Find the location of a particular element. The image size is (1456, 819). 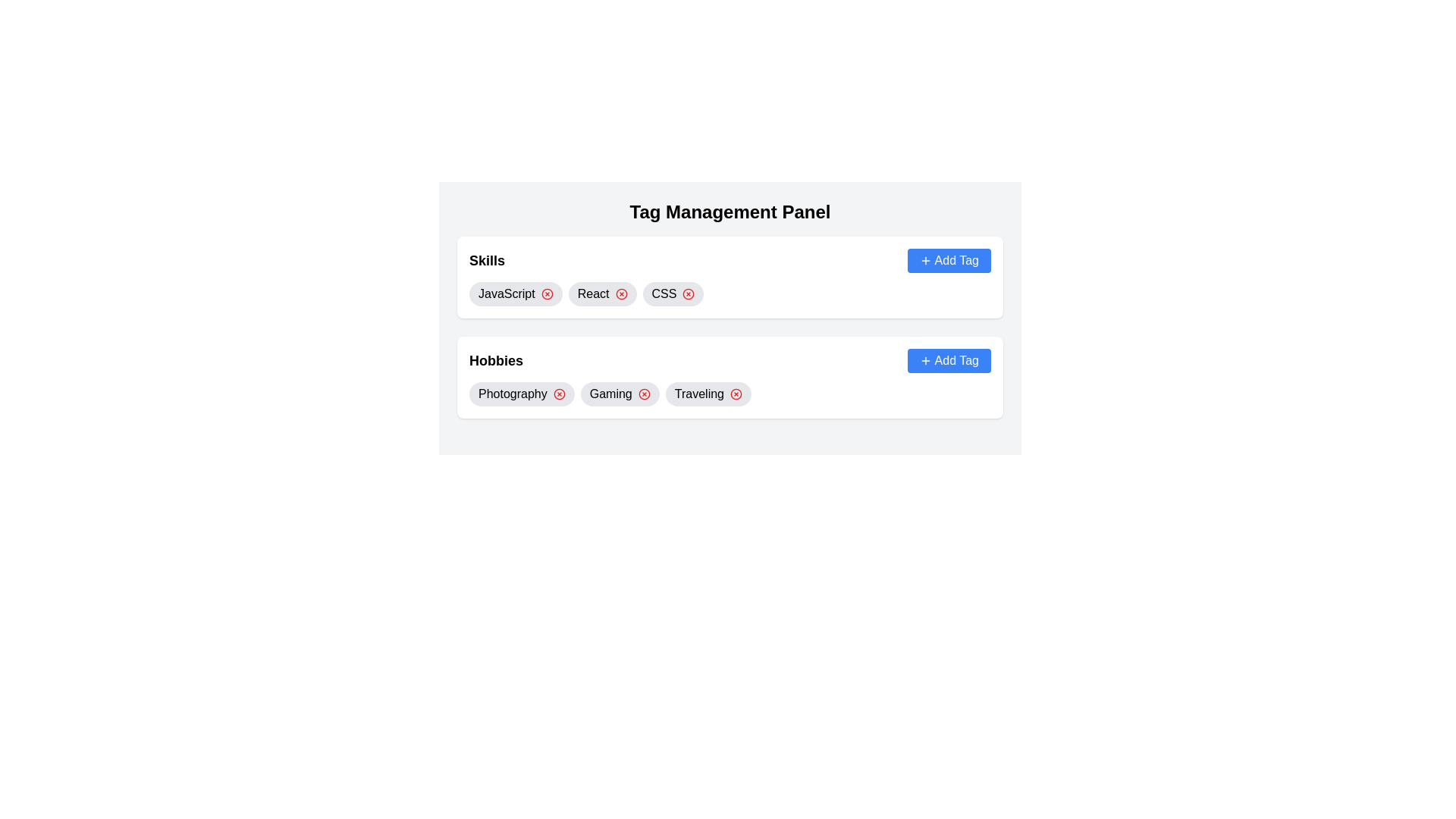

the rounded rectangular tag labeled 'CSS' with a removal button is located at coordinates (673, 294).